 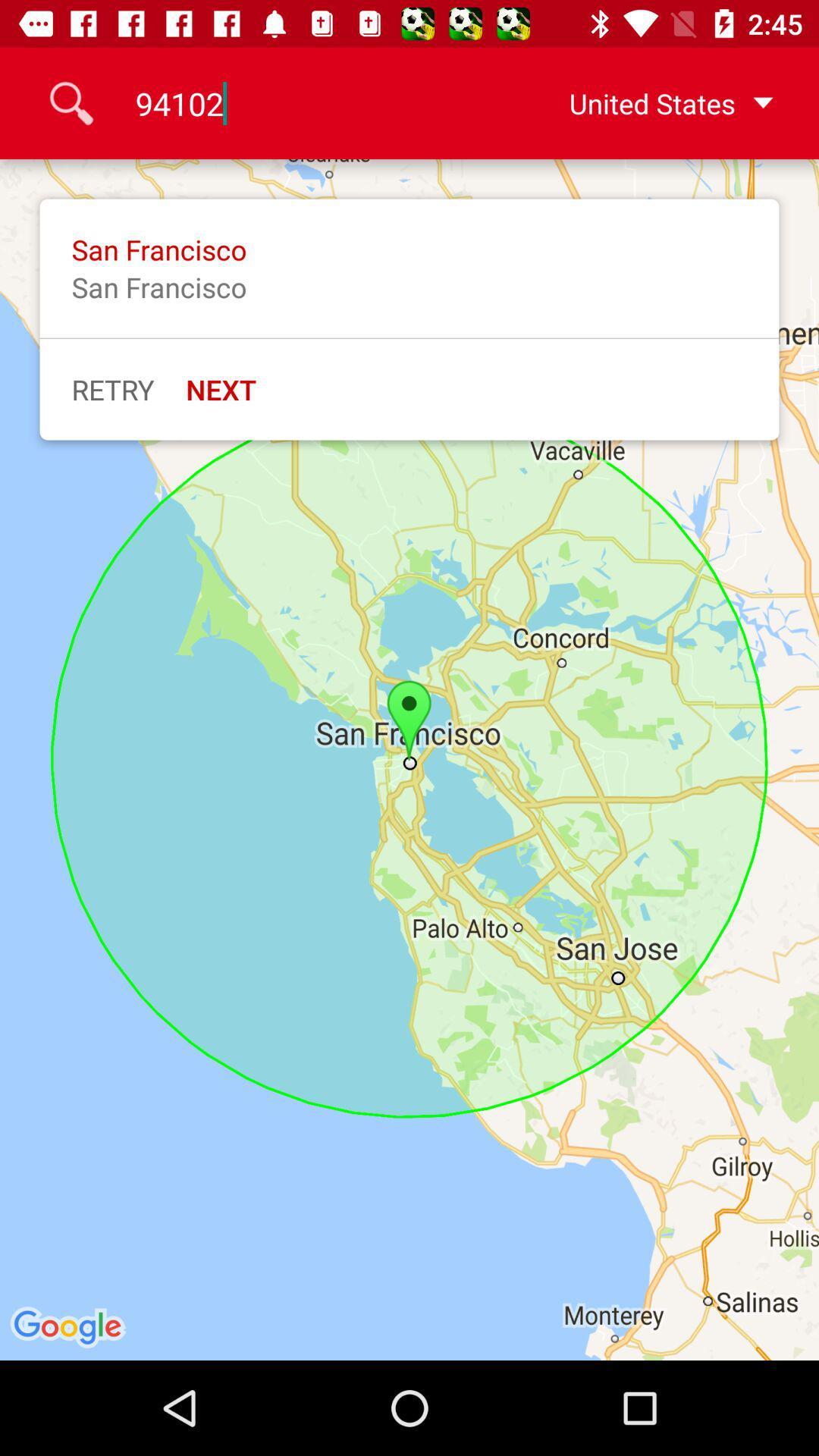 What do you see at coordinates (647, 102) in the screenshot?
I see `the united states item` at bounding box center [647, 102].